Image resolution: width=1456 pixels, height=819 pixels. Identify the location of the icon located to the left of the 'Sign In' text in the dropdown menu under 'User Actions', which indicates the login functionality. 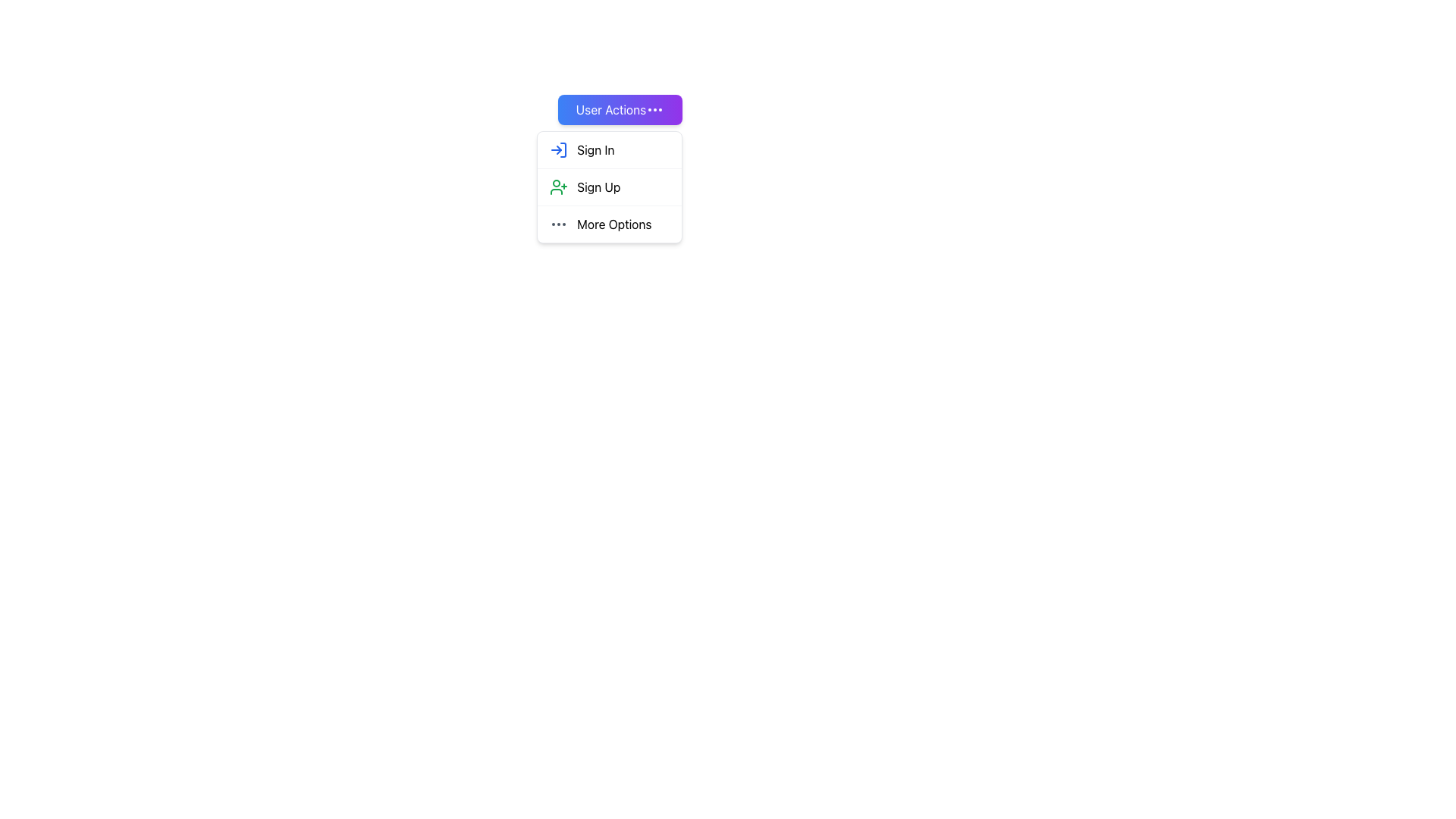
(558, 149).